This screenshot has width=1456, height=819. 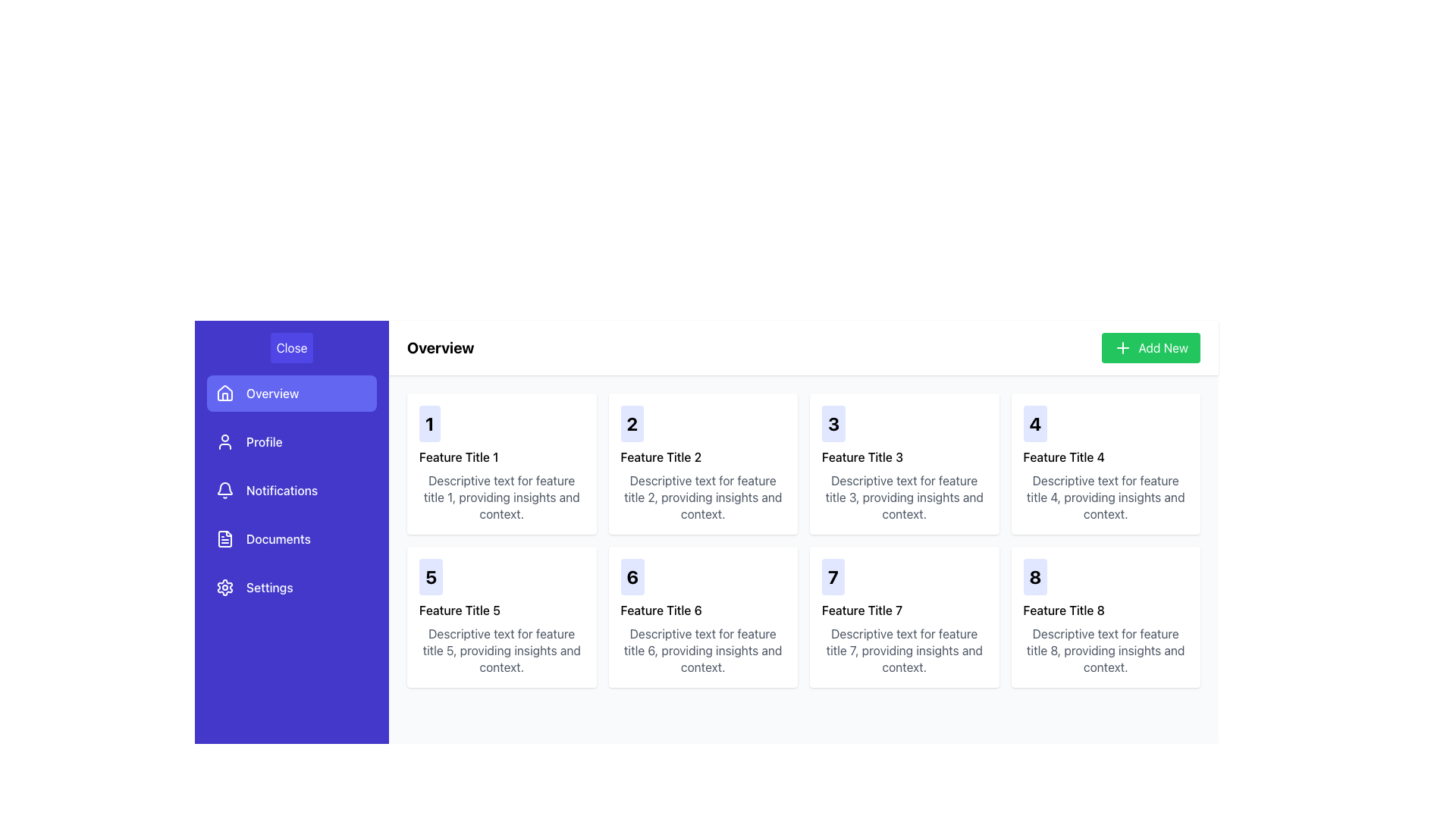 What do you see at coordinates (1034, 576) in the screenshot?
I see `the static text label displaying the number '8' in bold, large font with a light indigo background, positioned in the top-left corner of the card for 'Feature Title 8'` at bounding box center [1034, 576].